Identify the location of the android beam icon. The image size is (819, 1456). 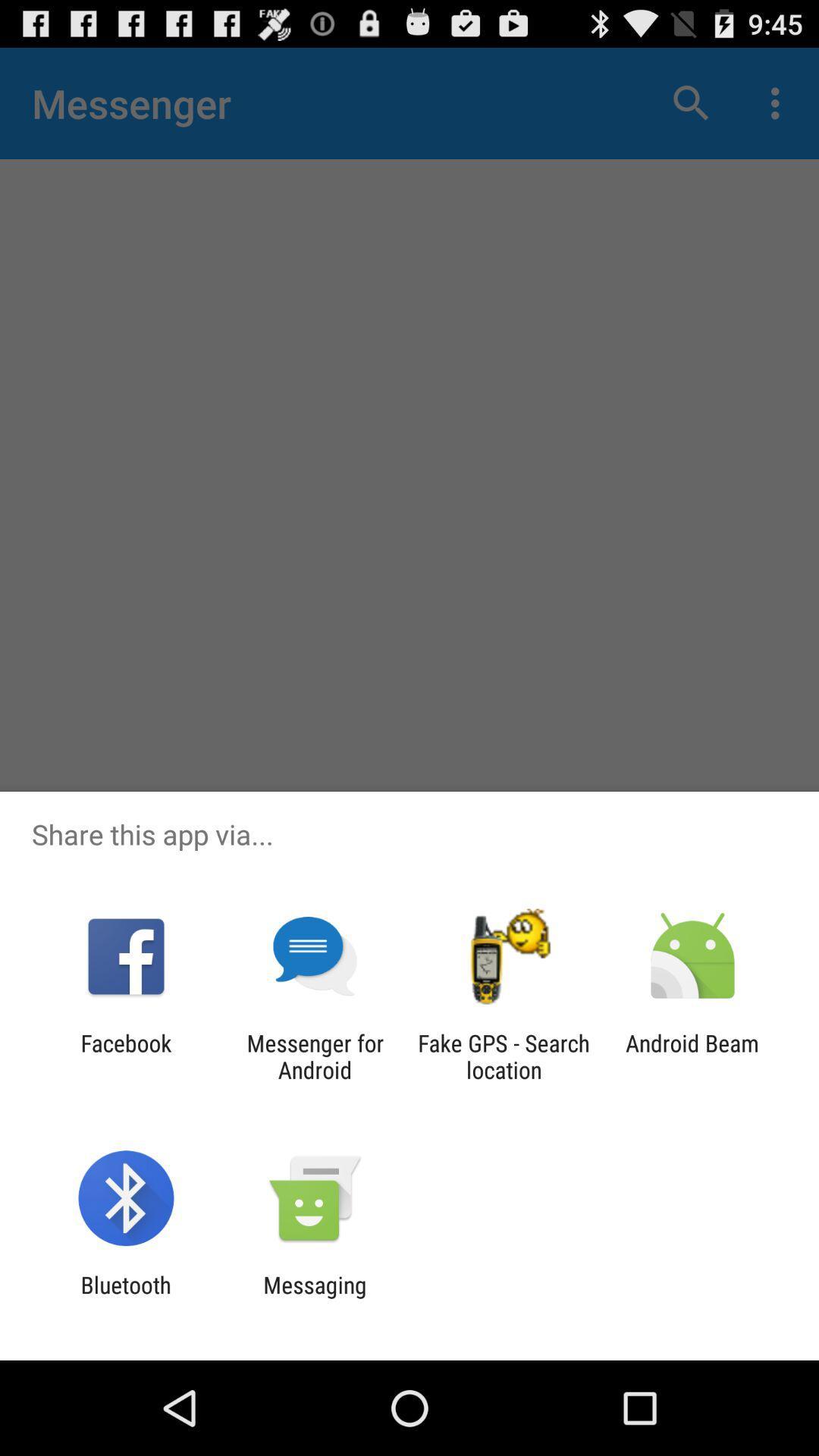
(692, 1056).